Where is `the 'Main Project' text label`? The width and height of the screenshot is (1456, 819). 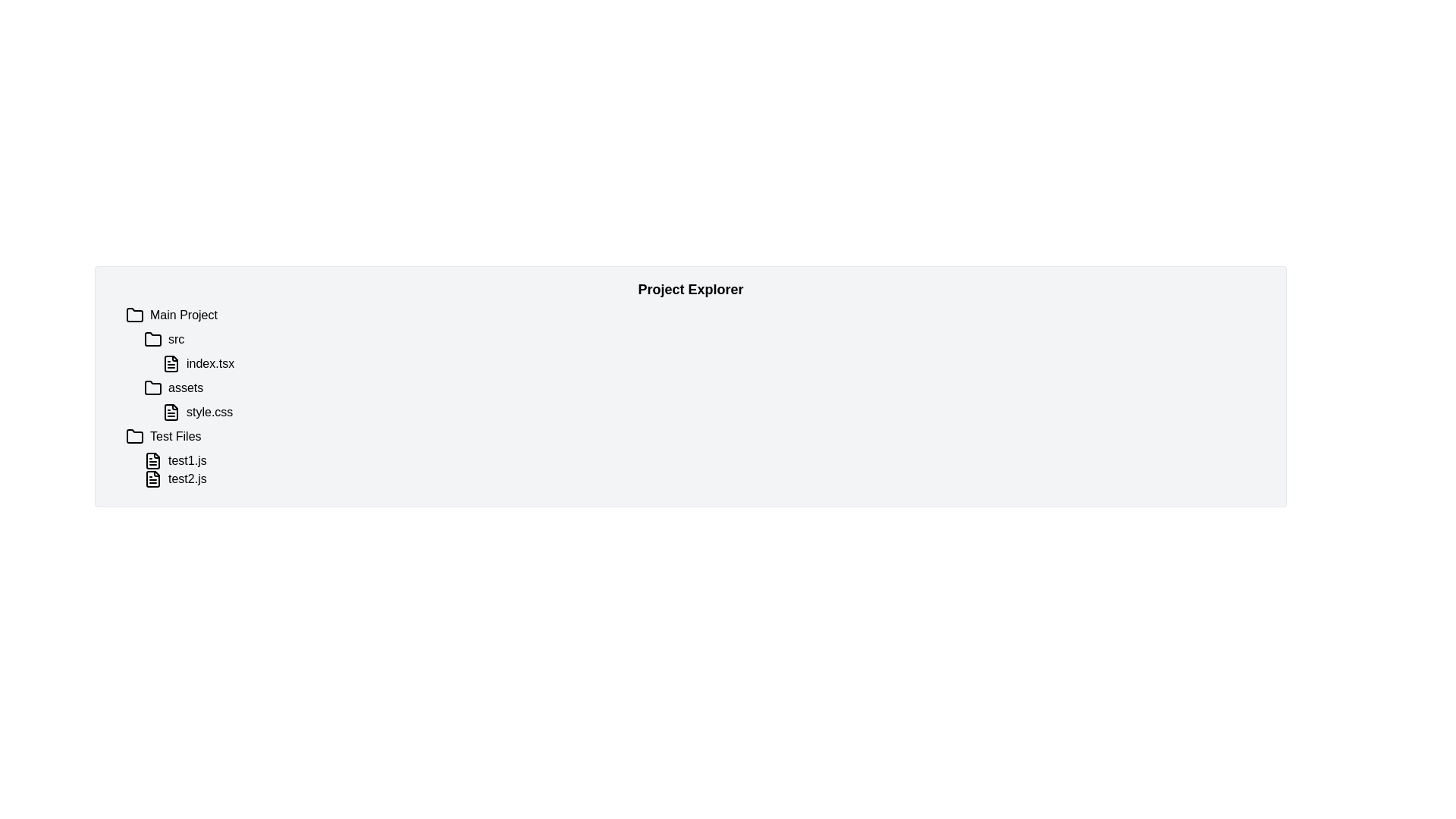 the 'Main Project' text label is located at coordinates (183, 315).